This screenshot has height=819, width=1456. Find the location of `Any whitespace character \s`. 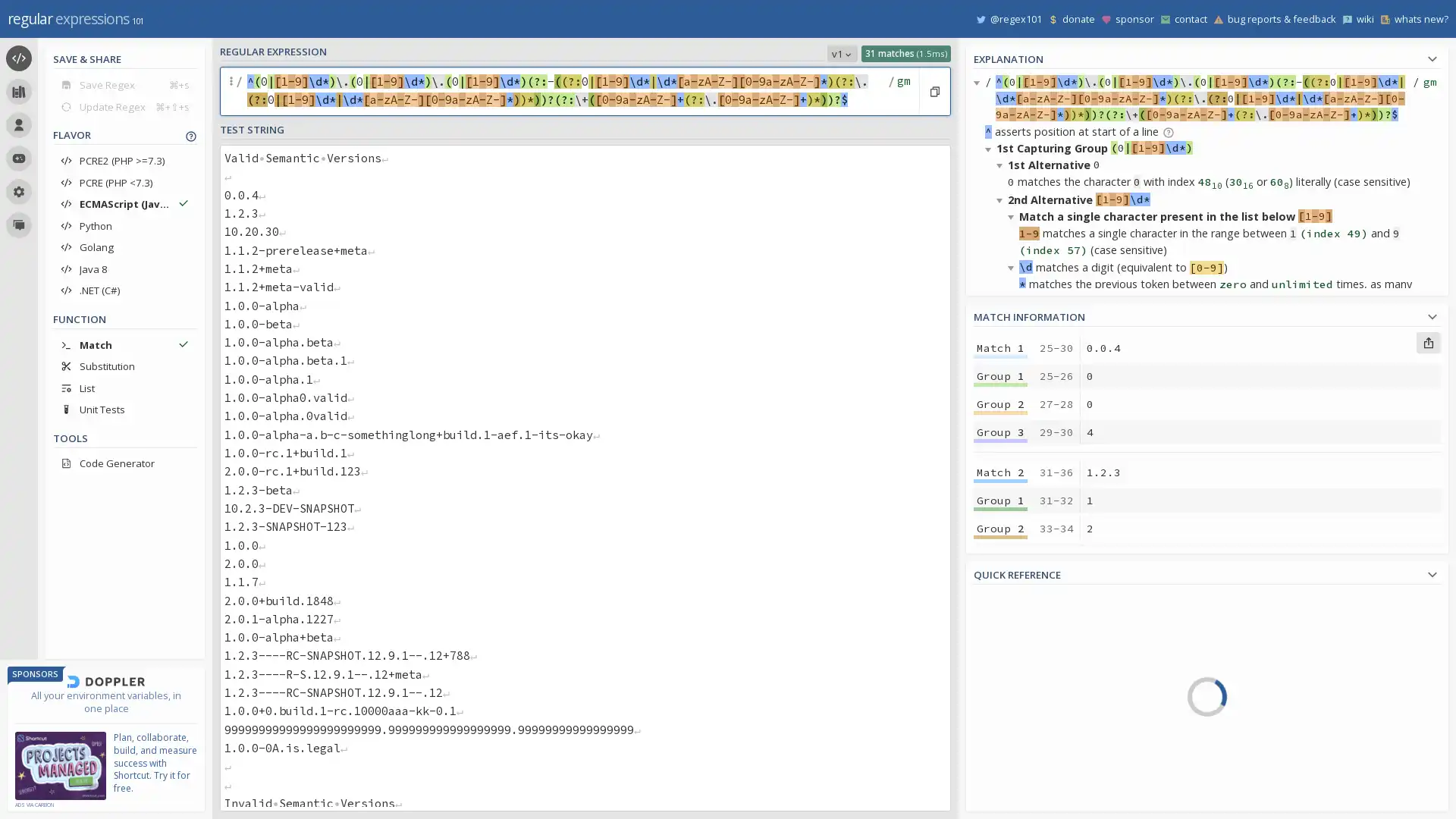

Any whitespace character \s is located at coordinates (1282, 752).